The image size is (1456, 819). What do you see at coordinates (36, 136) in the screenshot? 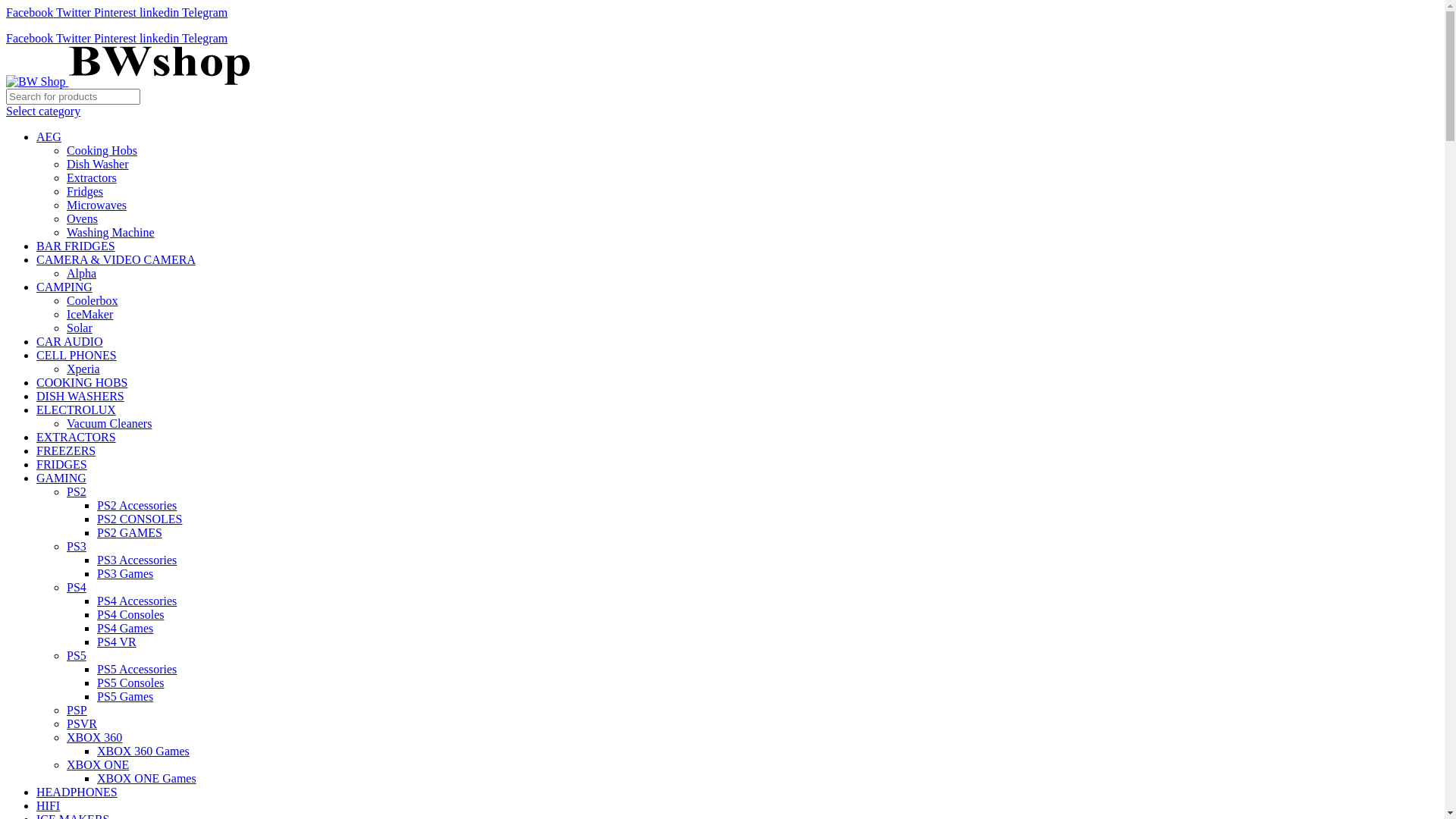
I see `'AEG'` at bounding box center [36, 136].